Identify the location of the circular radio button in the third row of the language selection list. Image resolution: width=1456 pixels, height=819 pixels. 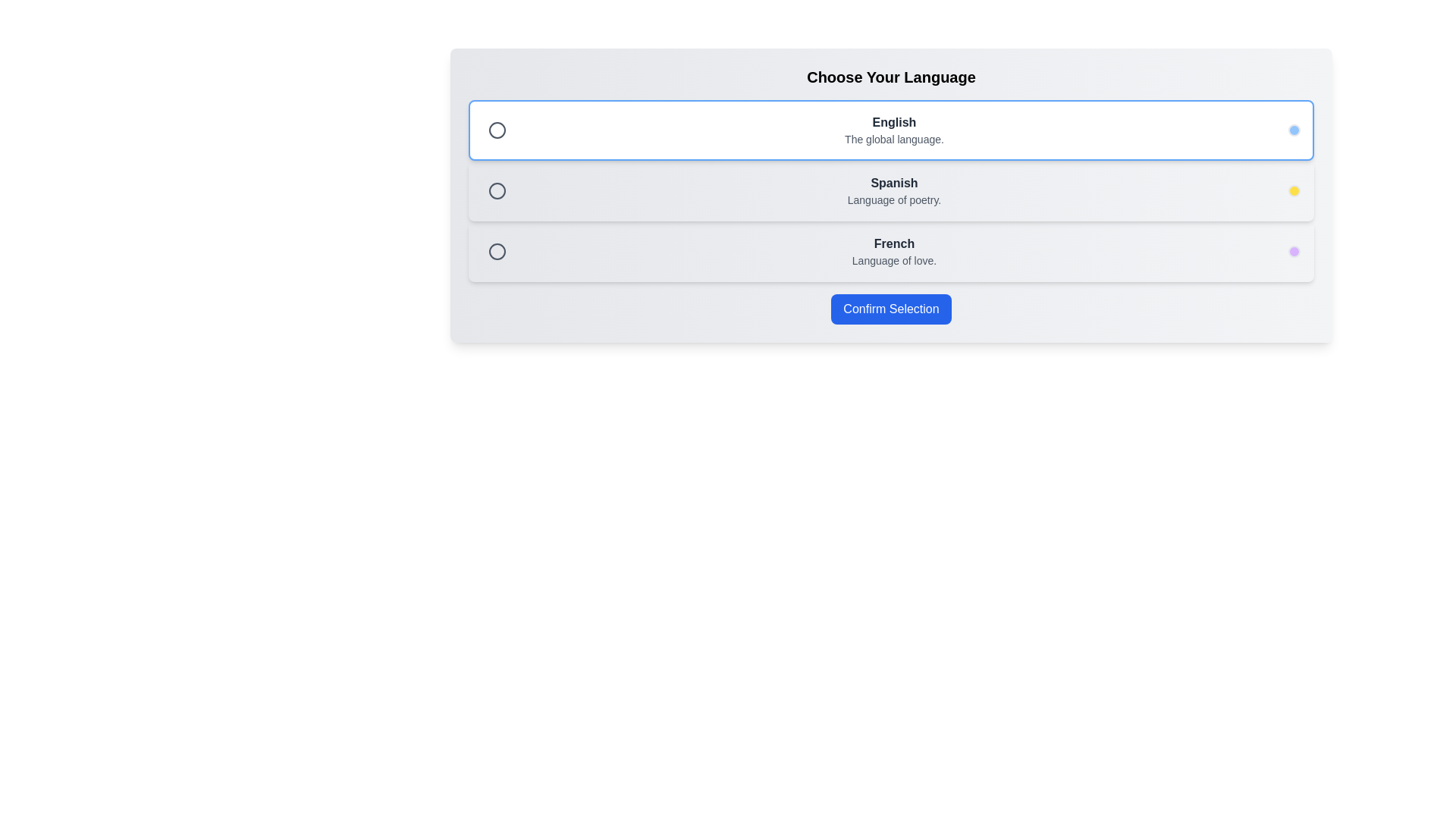
(497, 250).